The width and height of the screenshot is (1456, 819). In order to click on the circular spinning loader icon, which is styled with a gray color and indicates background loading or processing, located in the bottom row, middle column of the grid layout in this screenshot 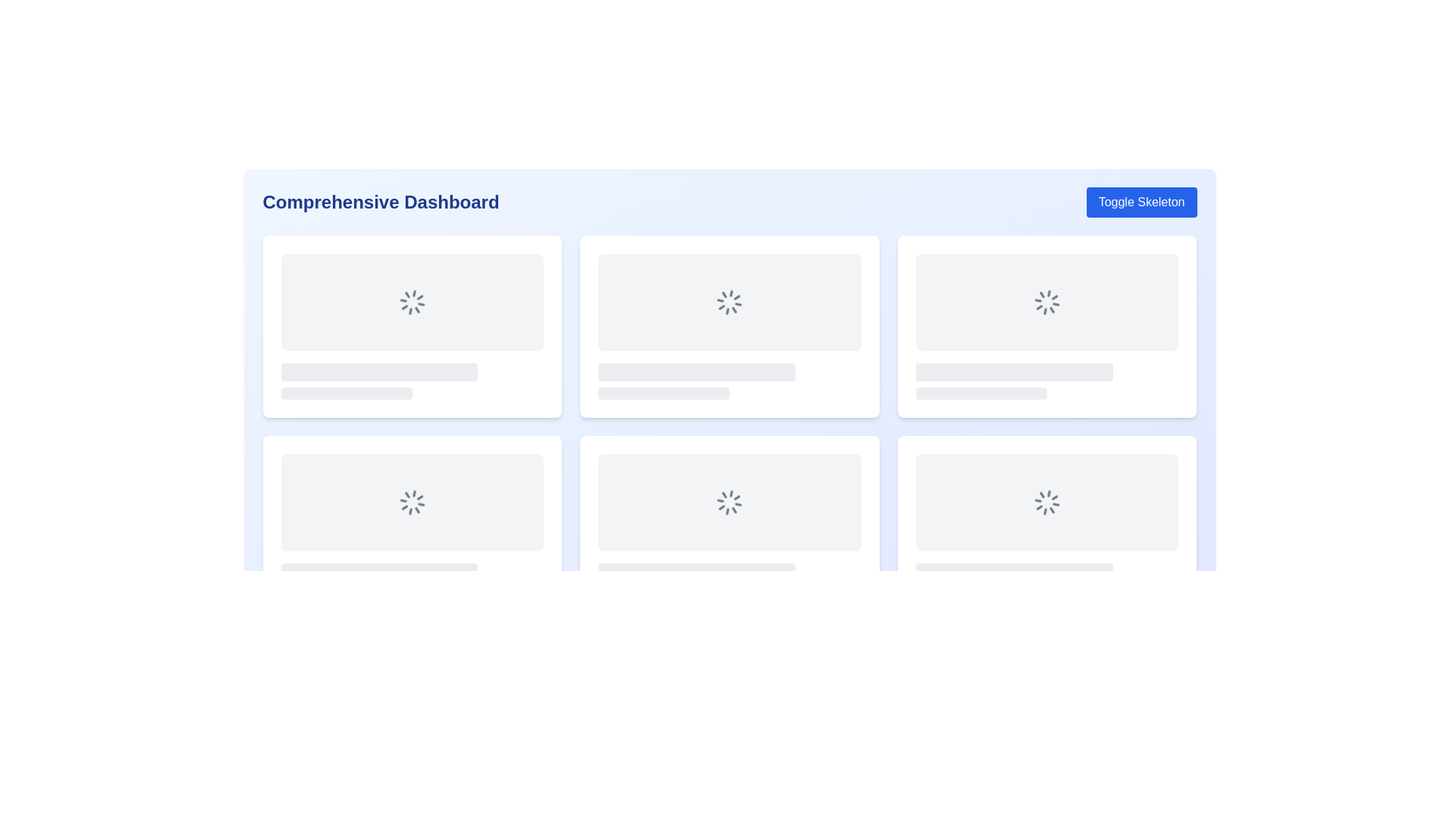, I will do `click(730, 503)`.